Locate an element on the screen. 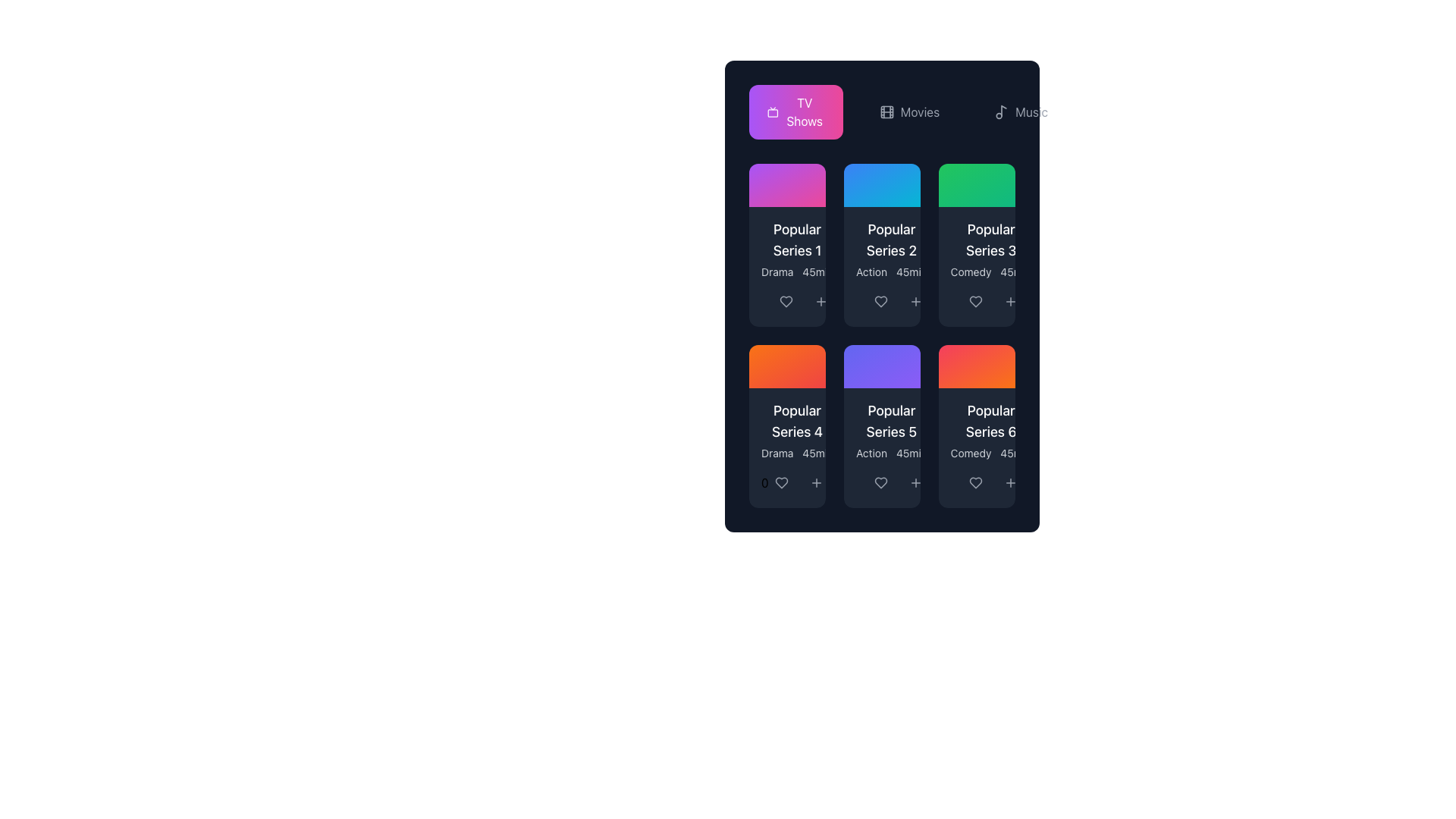  the title text 'Popular Series 3' displayed in a large, bold font within the third card of the first row is located at coordinates (991, 239).